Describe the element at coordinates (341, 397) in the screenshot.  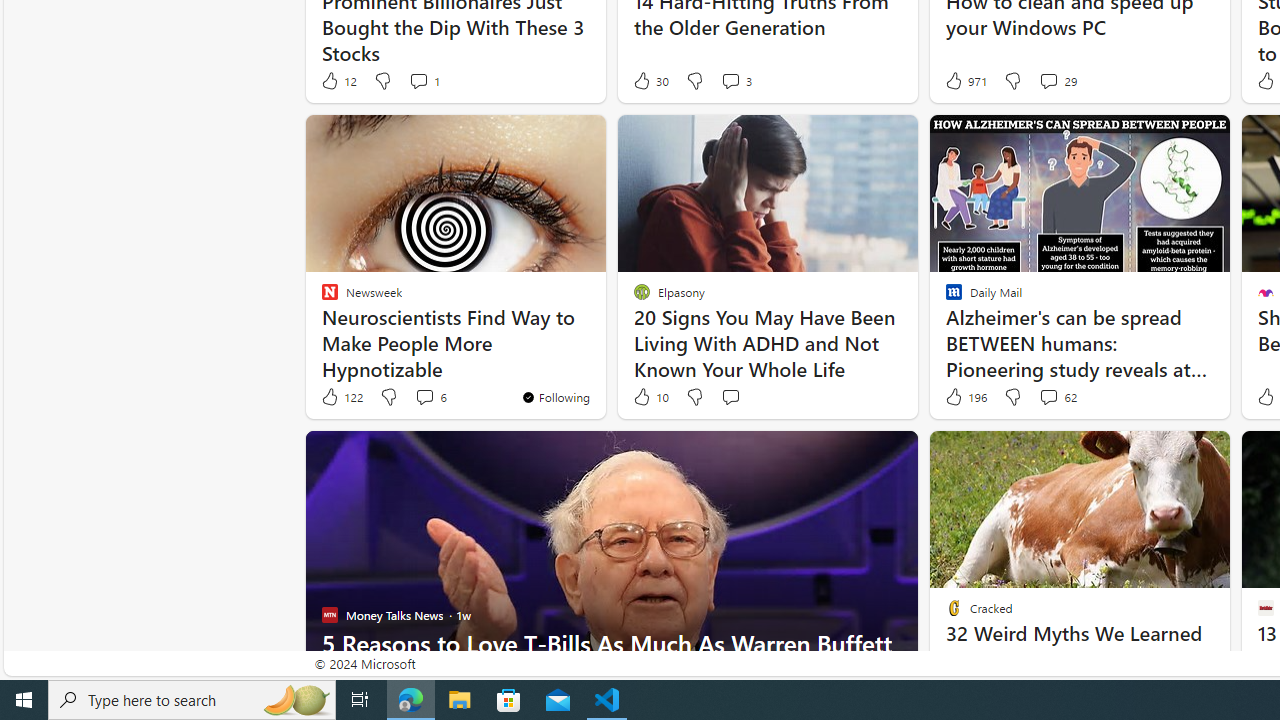
I see `'122 Like'` at that location.